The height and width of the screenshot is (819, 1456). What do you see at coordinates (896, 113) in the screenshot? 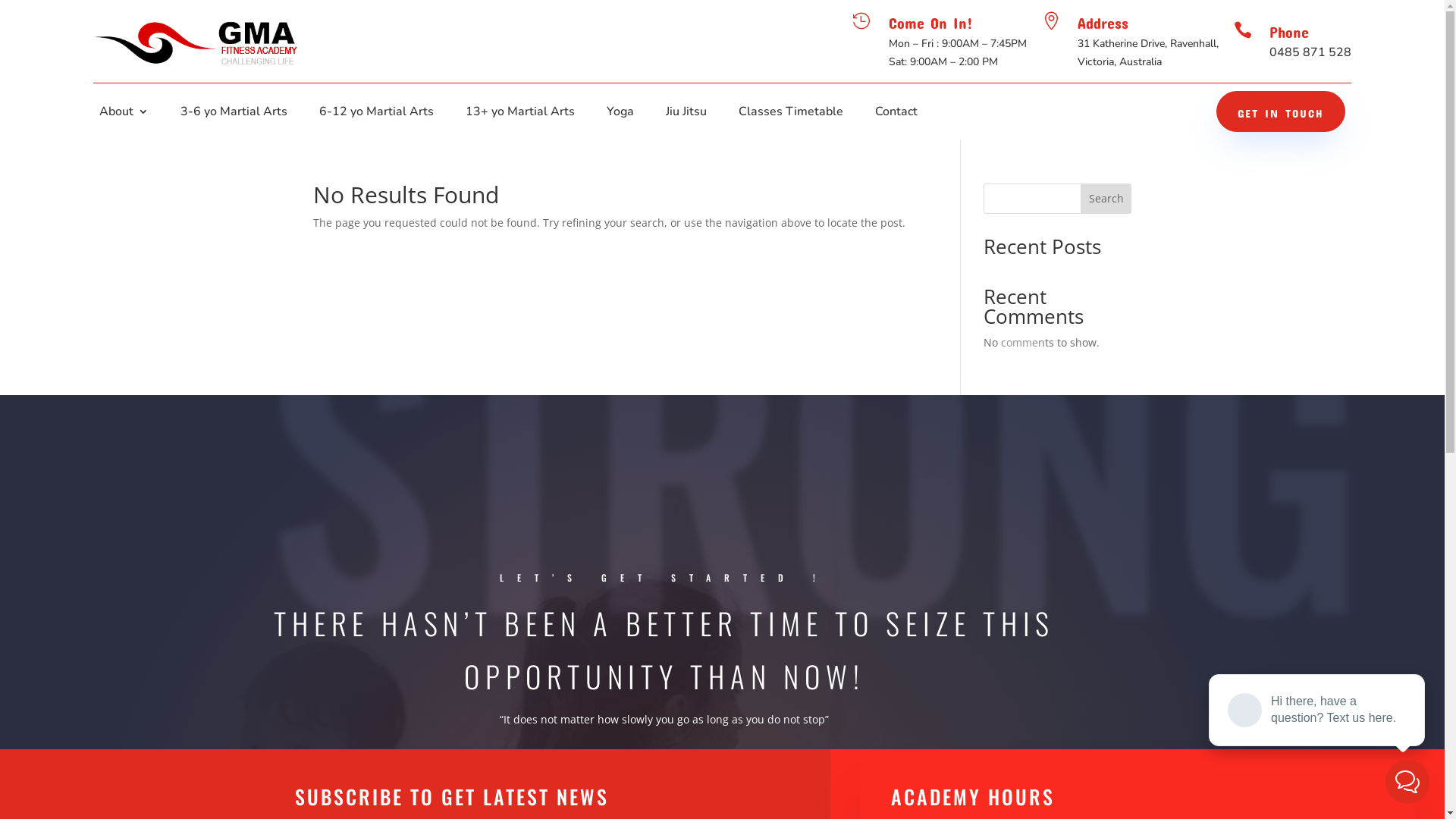
I see `'Contact'` at bounding box center [896, 113].